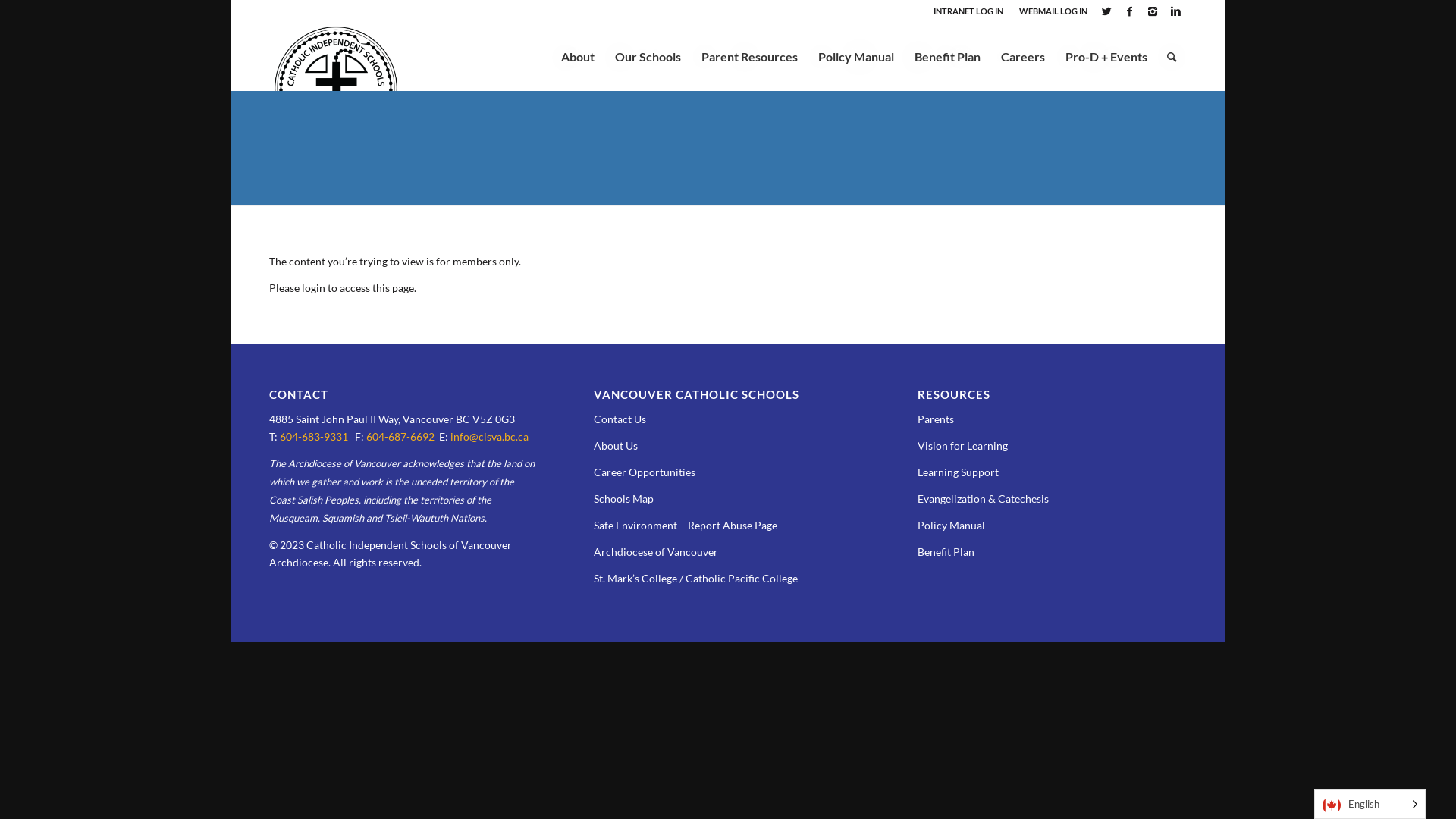  I want to click on 'Schools Map', so click(623, 498).